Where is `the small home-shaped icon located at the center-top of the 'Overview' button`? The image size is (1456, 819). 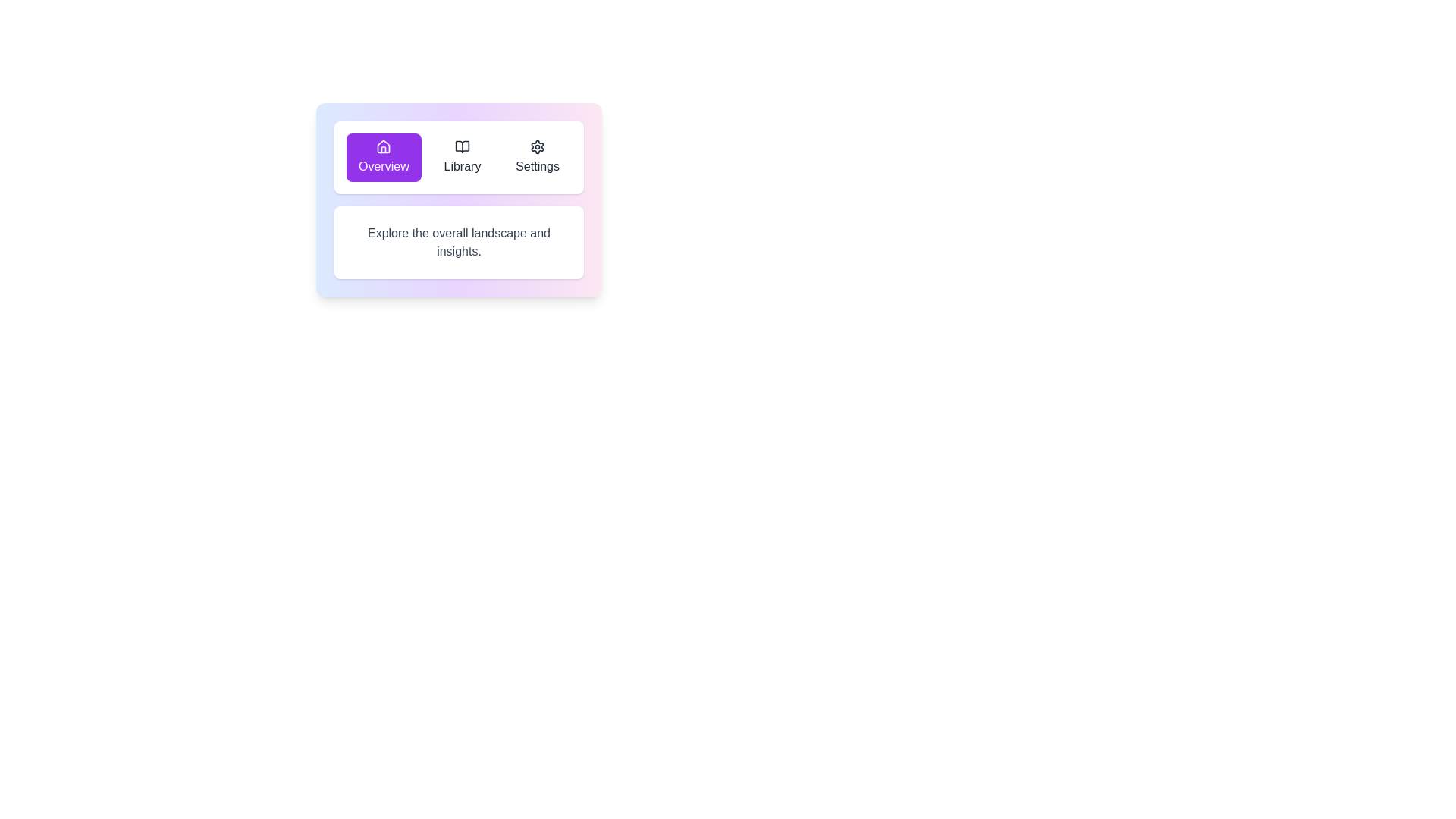 the small home-shaped icon located at the center-top of the 'Overview' button is located at coordinates (384, 146).